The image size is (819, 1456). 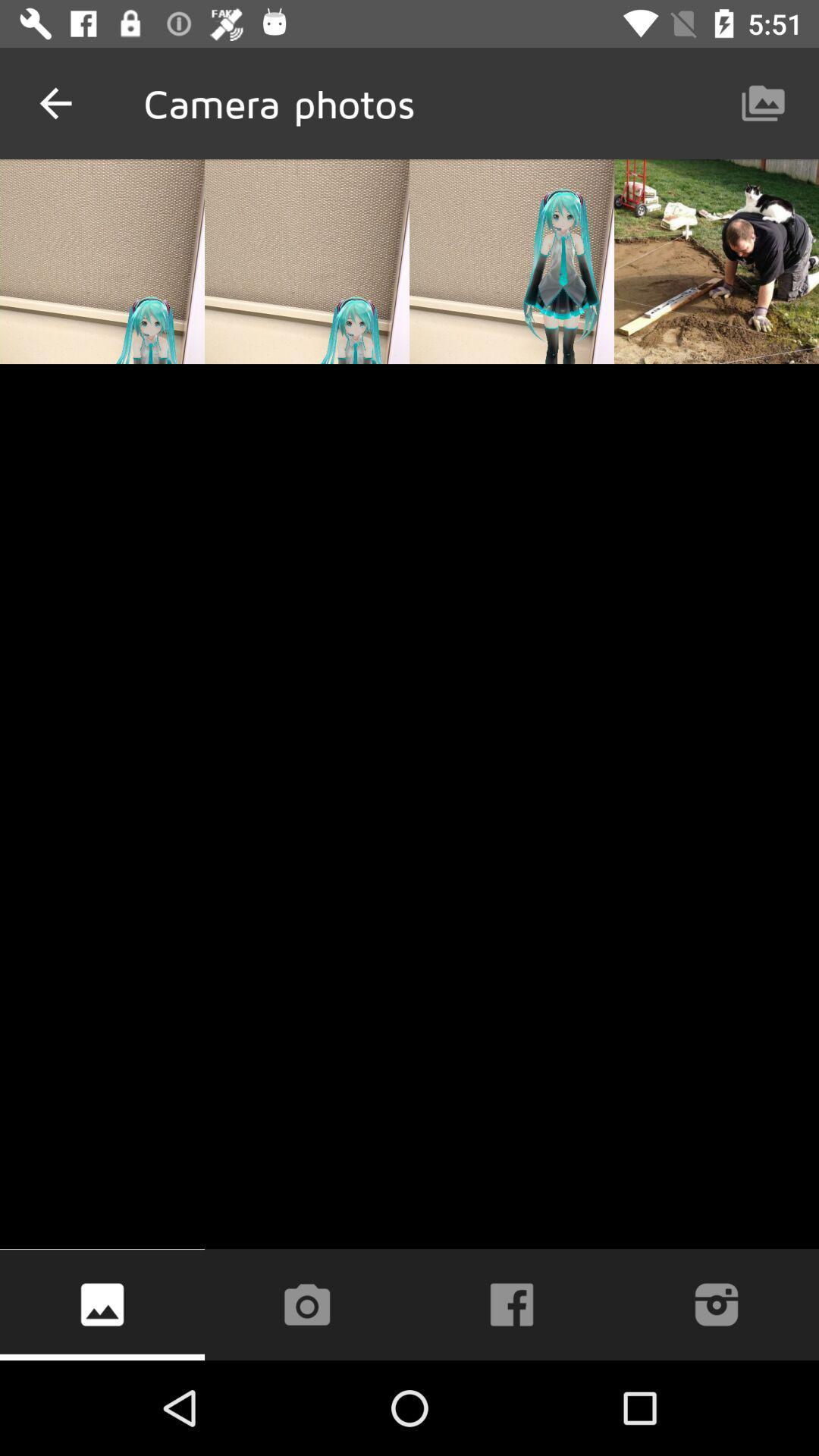 What do you see at coordinates (717, 1304) in the screenshot?
I see `share to instagram` at bounding box center [717, 1304].